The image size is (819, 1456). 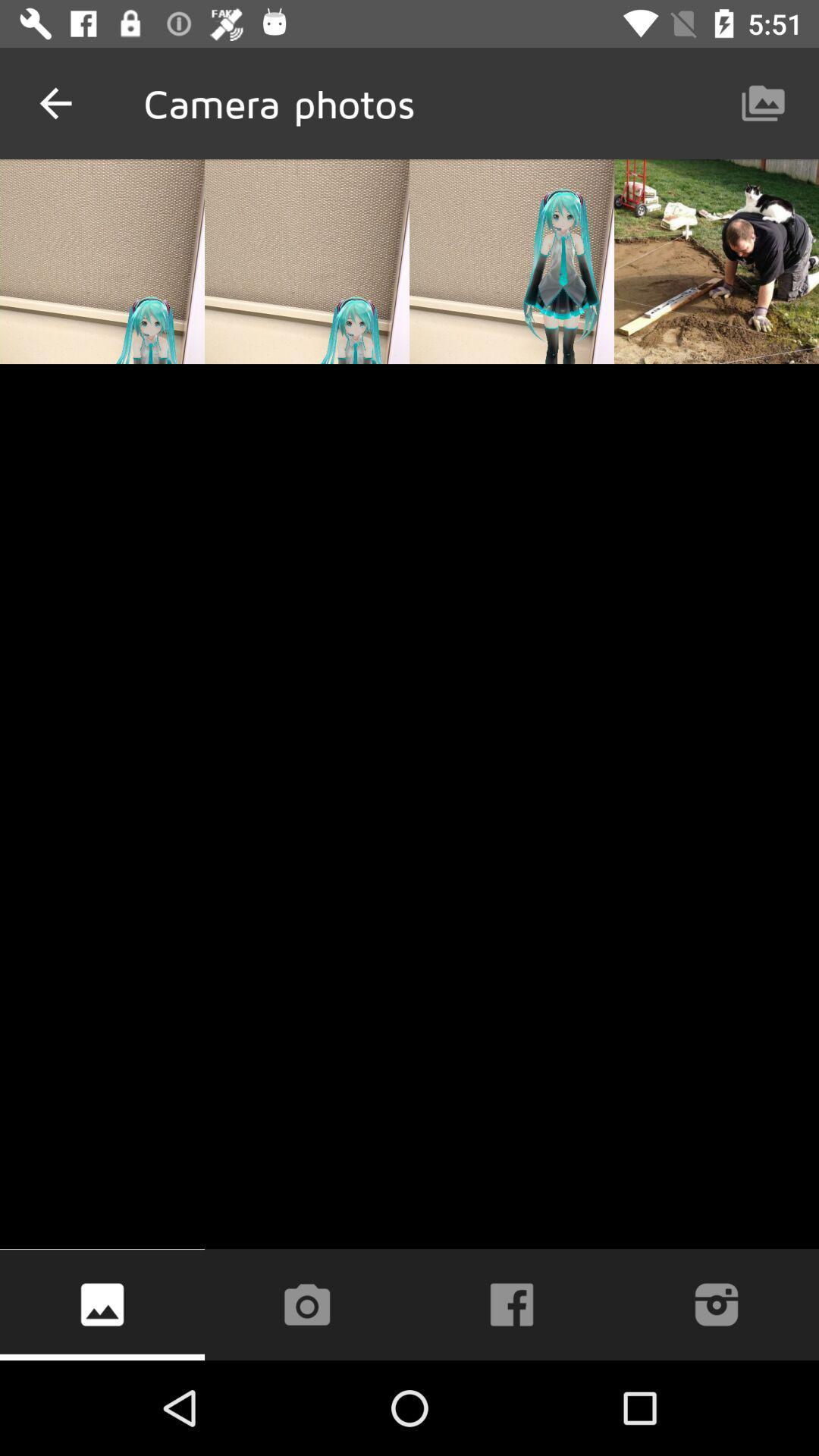 What do you see at coordinates (717, 1304) in the screenshot?
I see `share to instagram` at bounding box center [717, 1304].